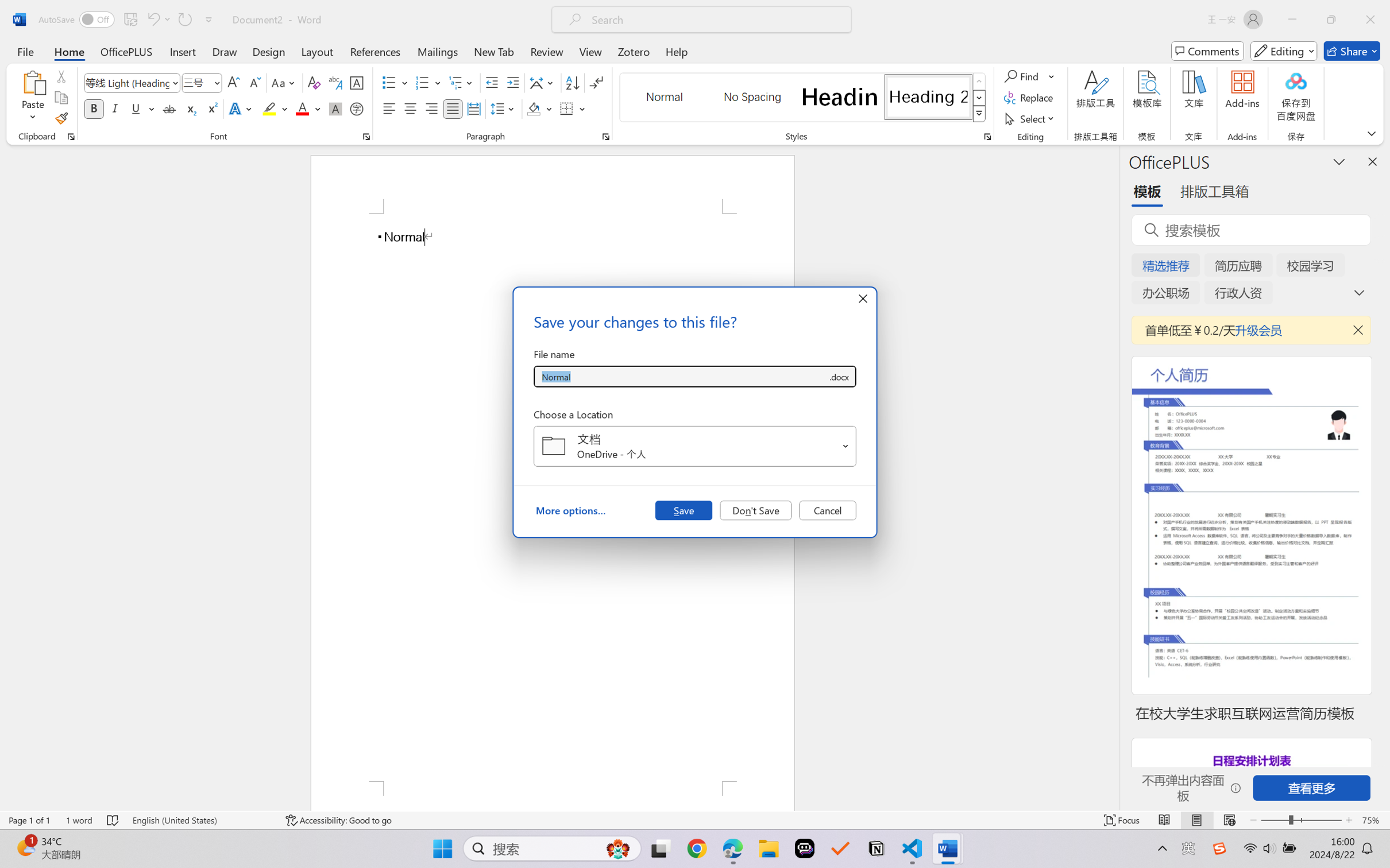 The width and height of the screenshot is (1390, 868). I want to click on 'Text Effects and Typography', so click(241, 108).